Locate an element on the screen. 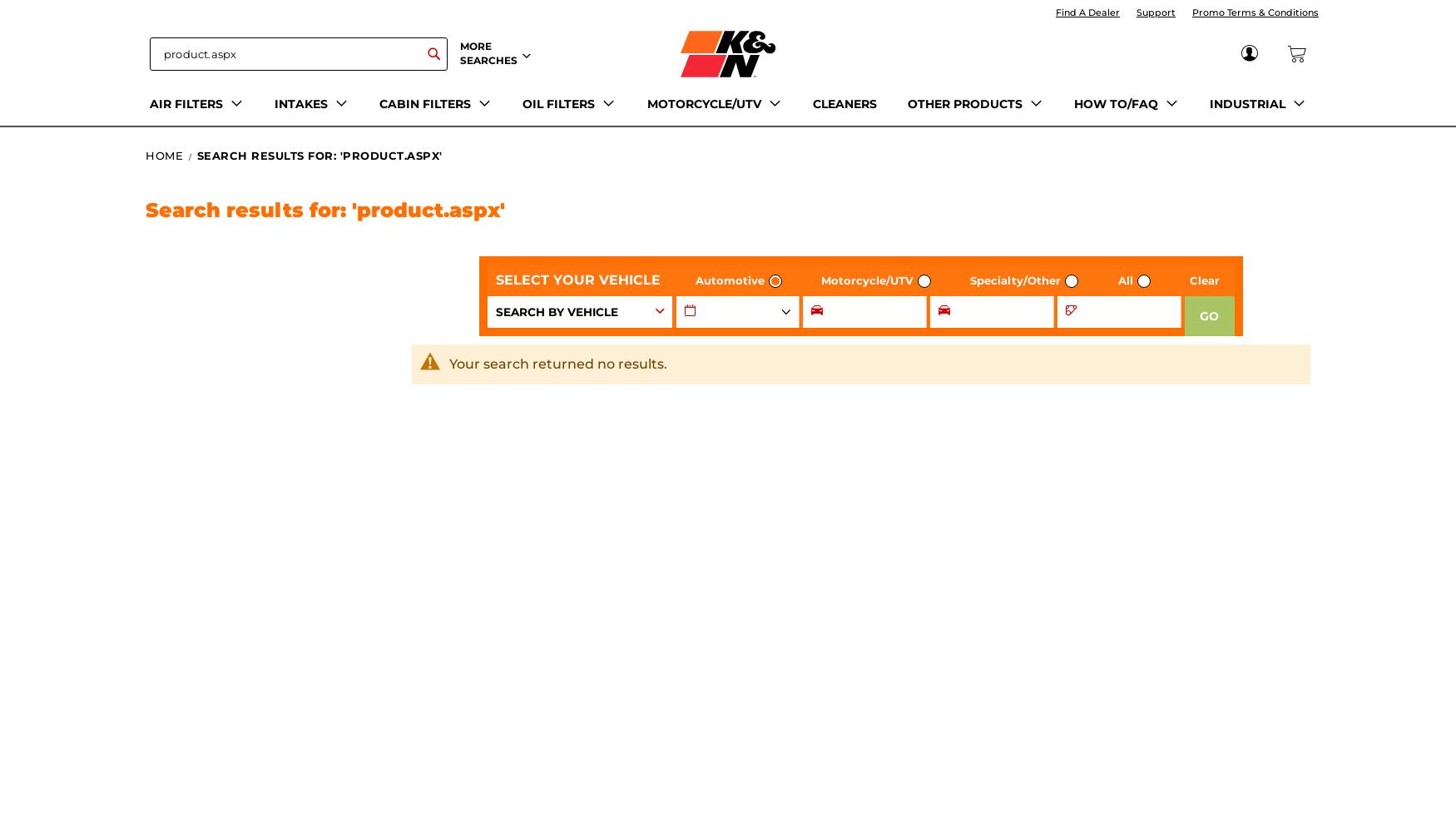 This screenshot has height=832, width=1456. 'CLEANERS' is located at coordinates (843, 102).